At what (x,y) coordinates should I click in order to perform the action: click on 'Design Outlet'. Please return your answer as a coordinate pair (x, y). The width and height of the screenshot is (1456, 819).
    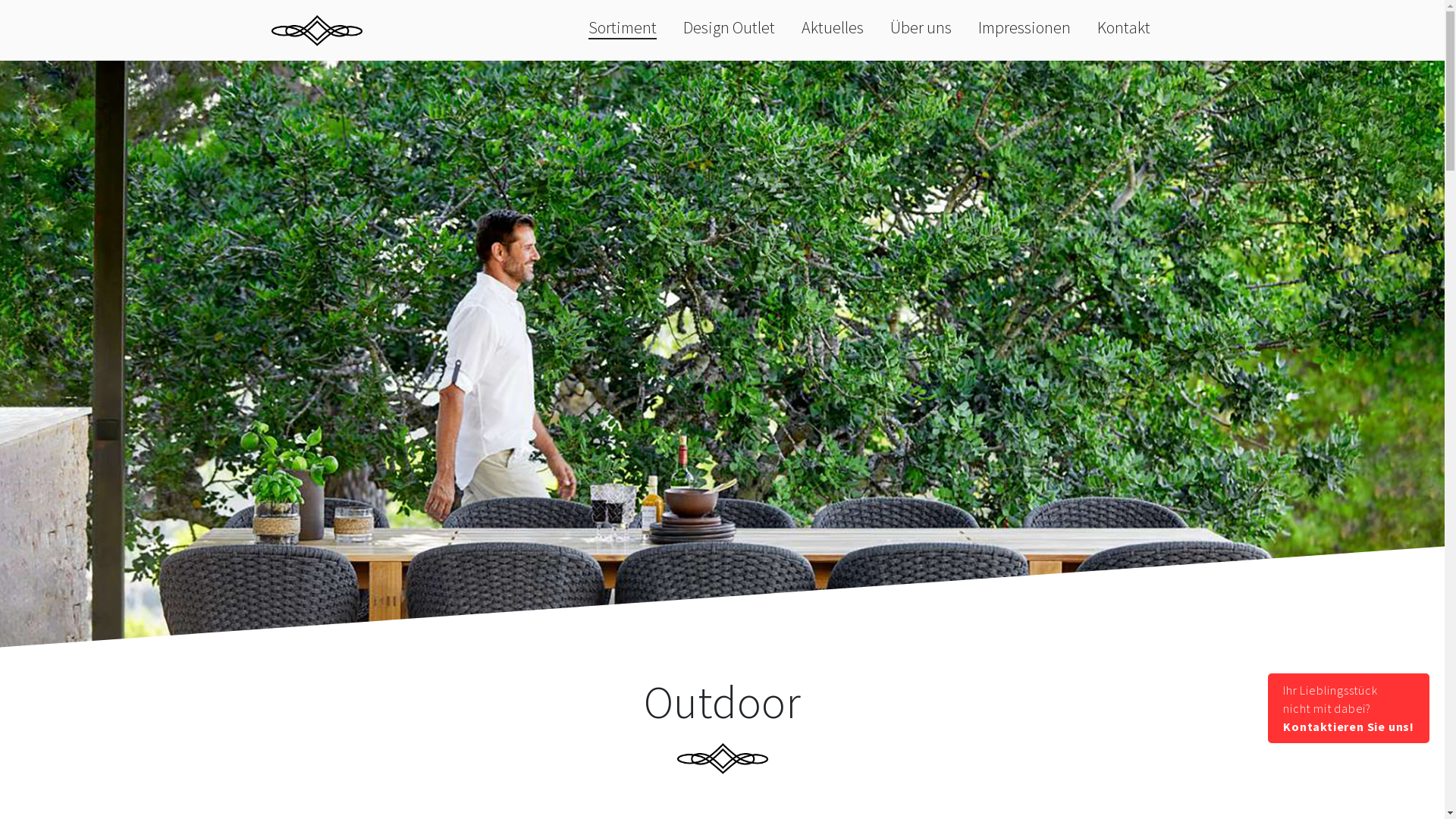
    Looking at the image, I should click on (729, 27).